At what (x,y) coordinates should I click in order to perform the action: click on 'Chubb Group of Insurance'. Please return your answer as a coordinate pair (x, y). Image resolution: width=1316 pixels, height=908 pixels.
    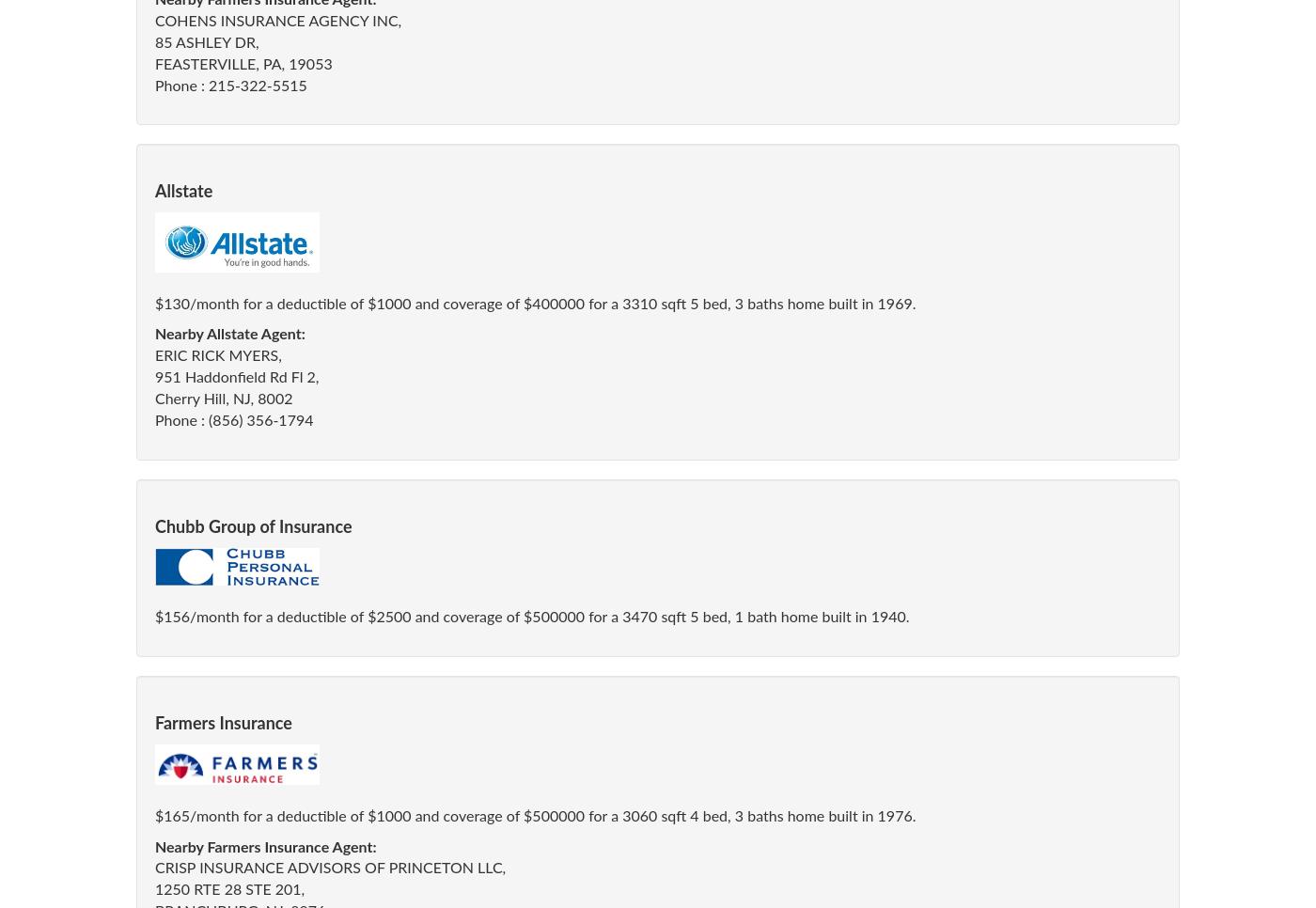
    Looking at the image, I should click on (253, 525).